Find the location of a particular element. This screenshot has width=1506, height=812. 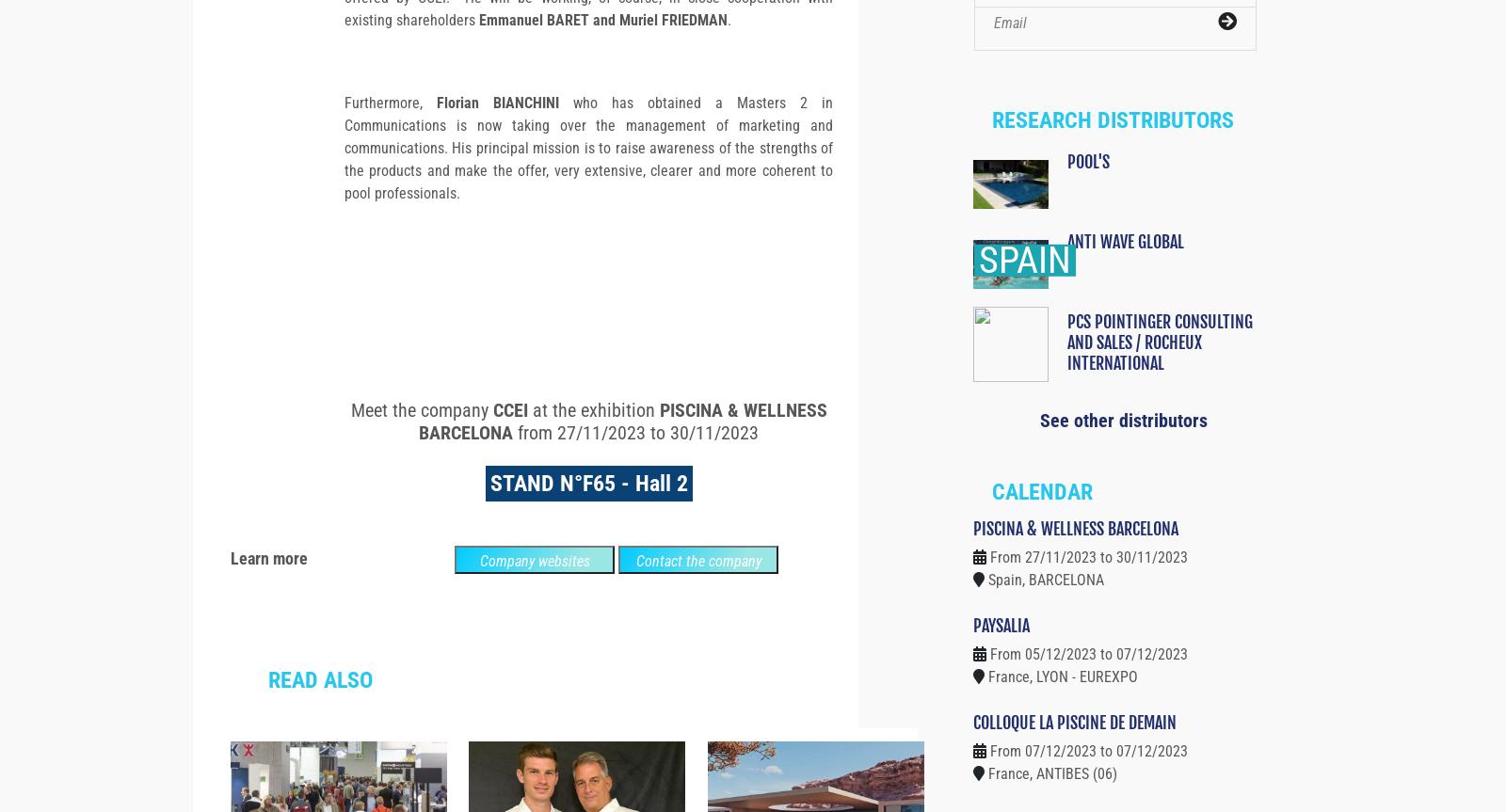

'.' is located at coordinates (730, 54).